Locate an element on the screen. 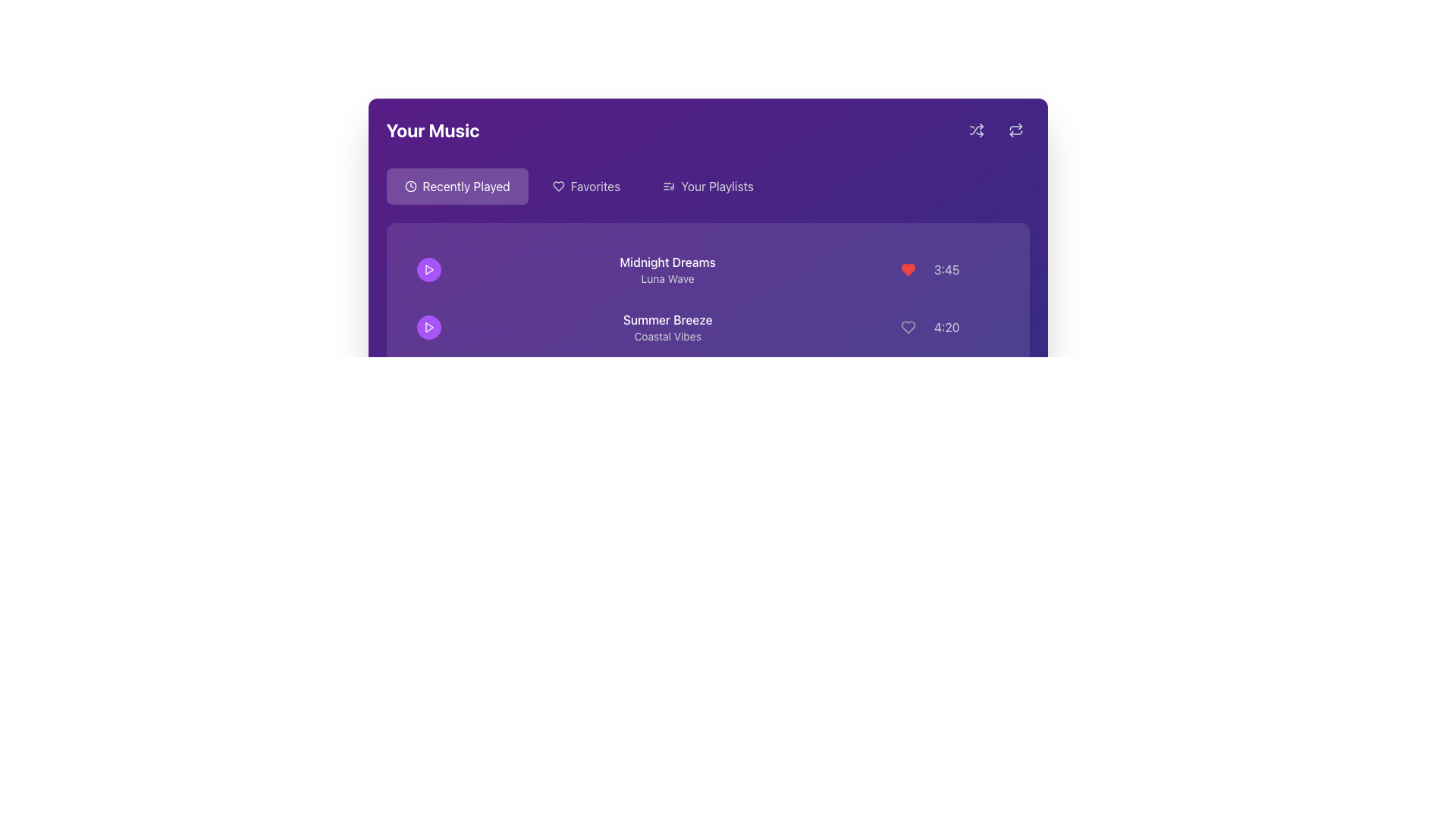 The image size is (1456, 819). the third navigation link in the horizontal menu, labeled for user playlists is located at coordinates (716, 186).